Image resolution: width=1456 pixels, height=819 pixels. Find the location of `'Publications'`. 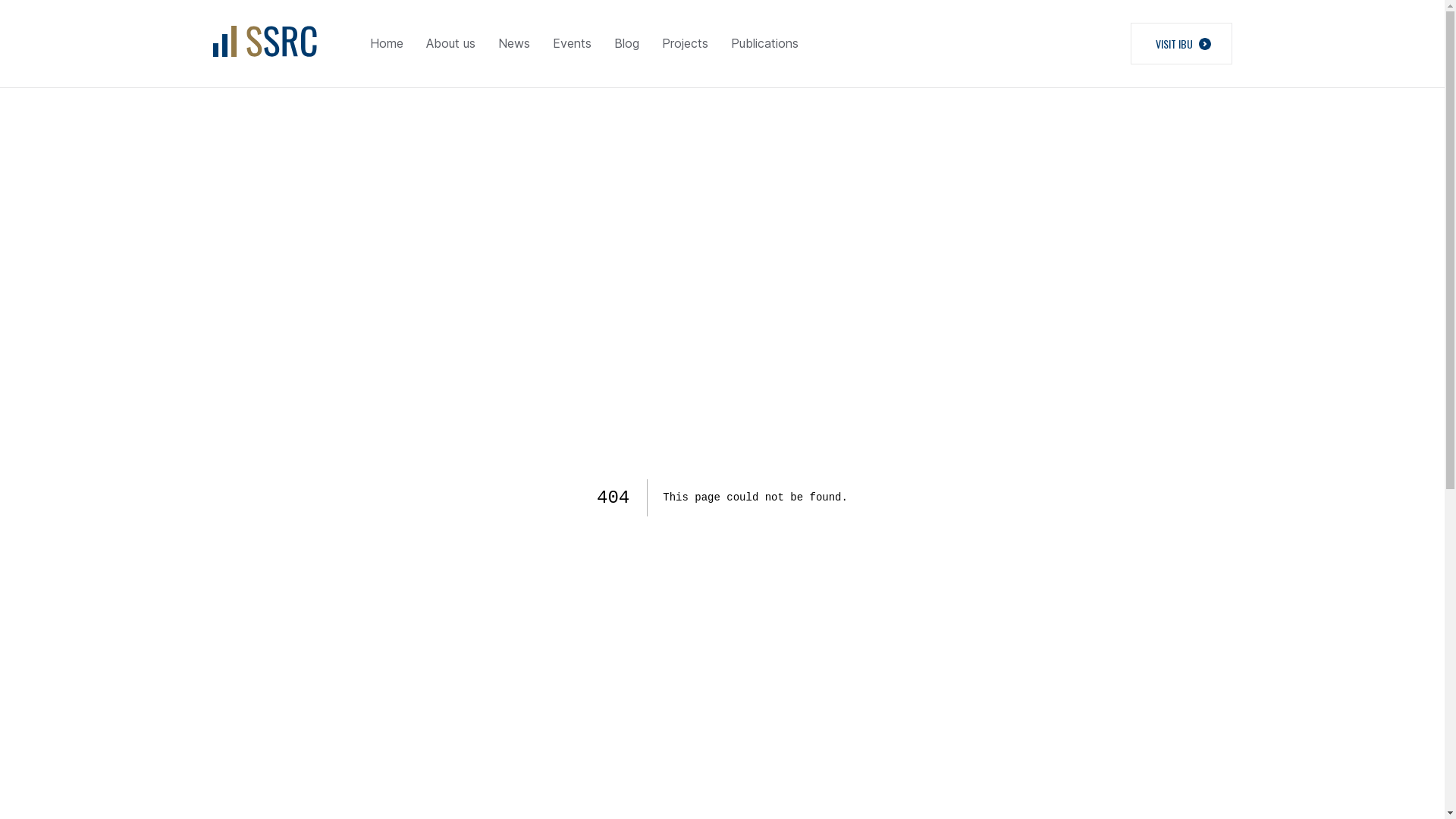

'Publications' is located at coordinates (764, 42).